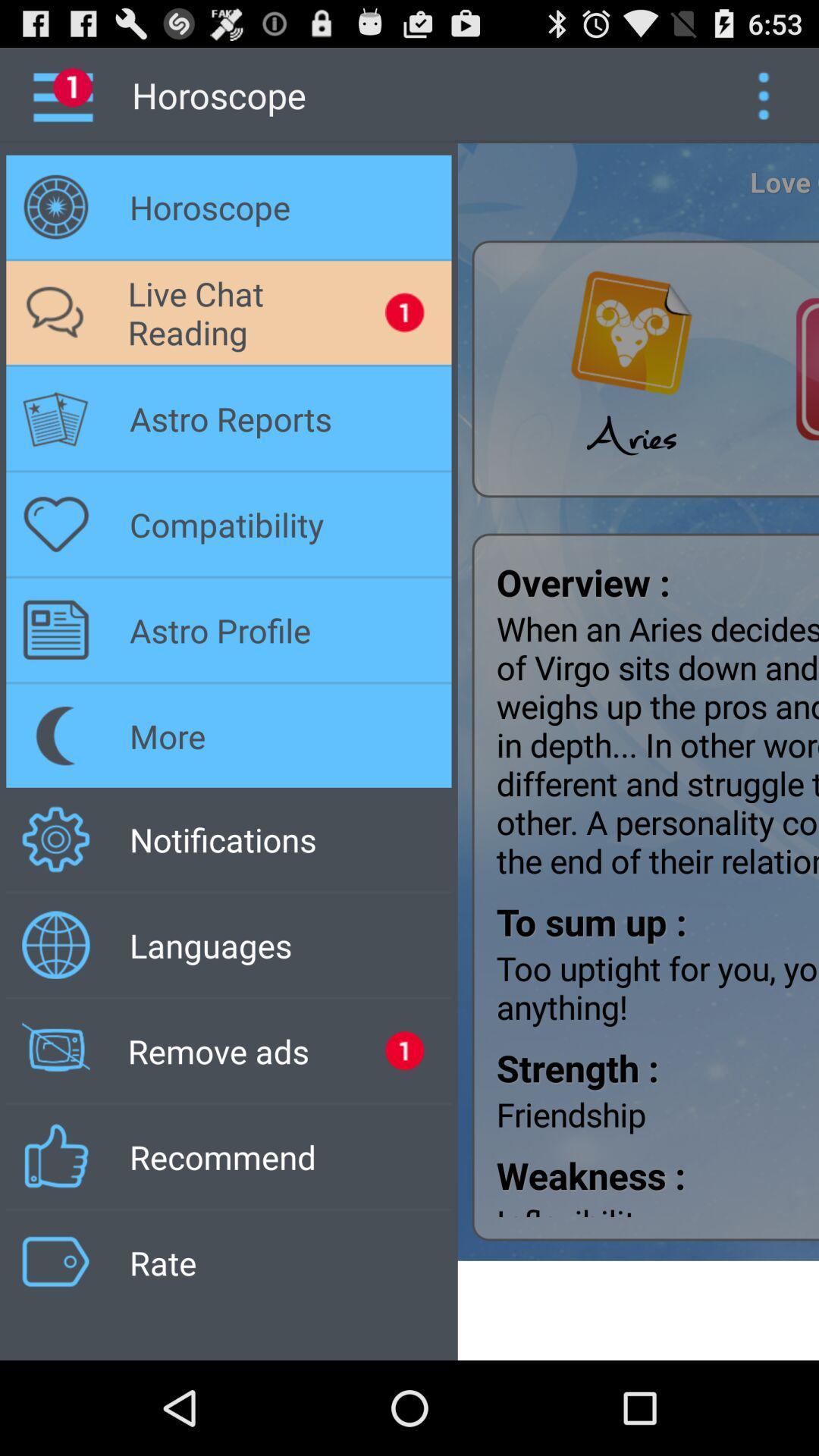  I want to click on the app next to rate icon, so click(638, 1310).